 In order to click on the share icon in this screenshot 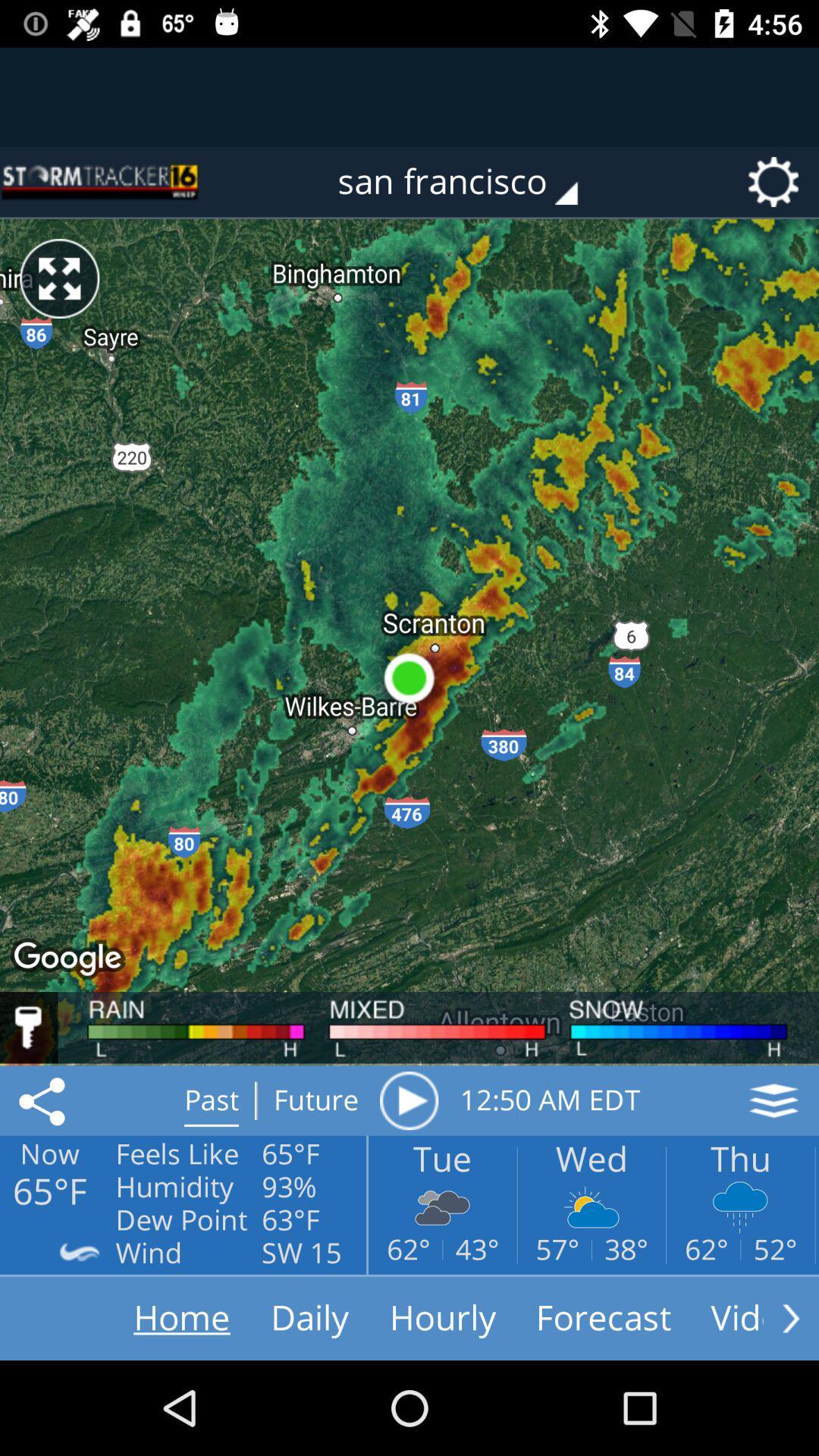, I will do `click(44, 1100)`.